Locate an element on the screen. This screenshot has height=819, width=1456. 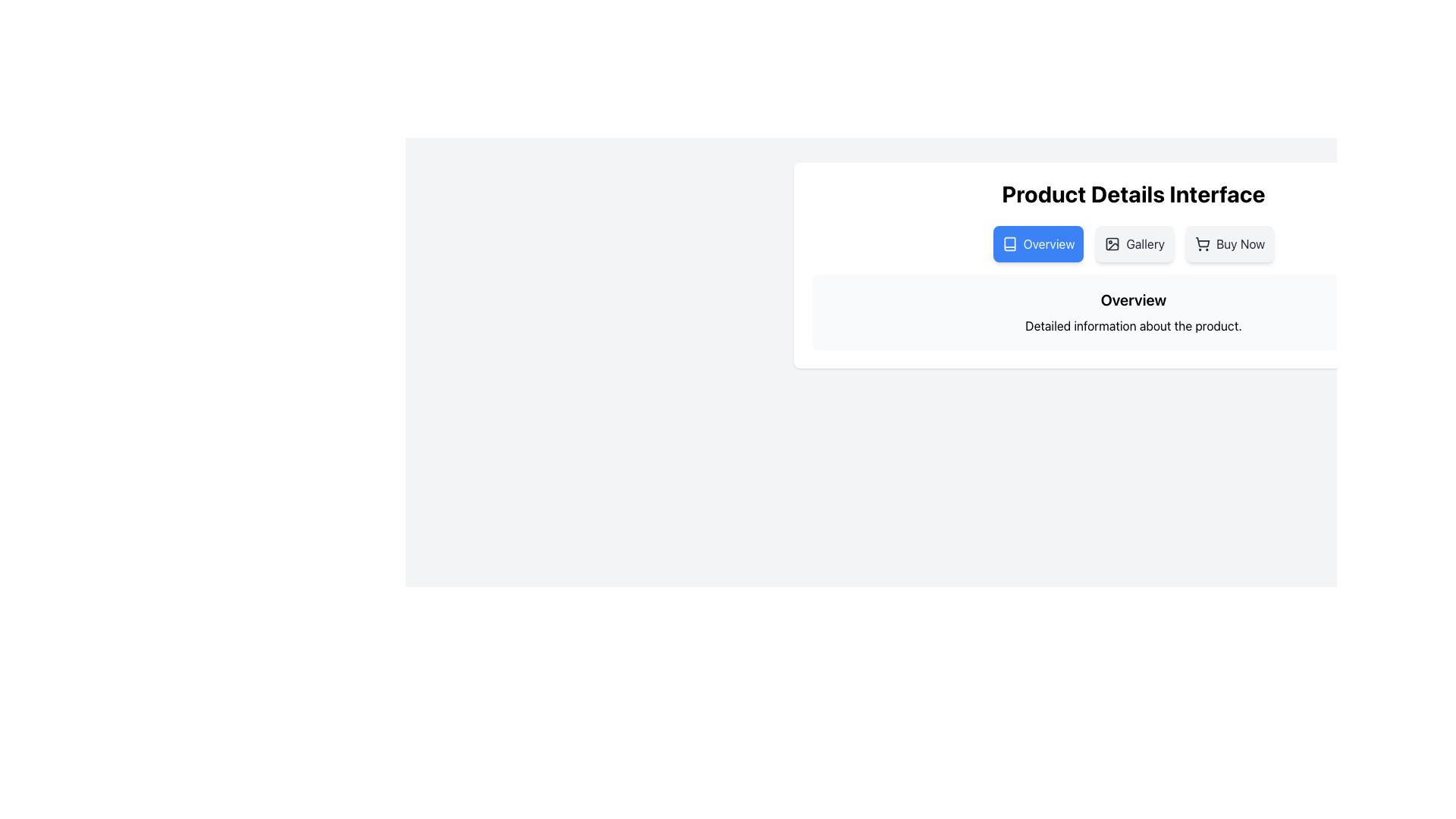
the icon embedded in the 'Overview' button, which visually enhances the button and is located on its left side is located at coordinates (1009, 243).